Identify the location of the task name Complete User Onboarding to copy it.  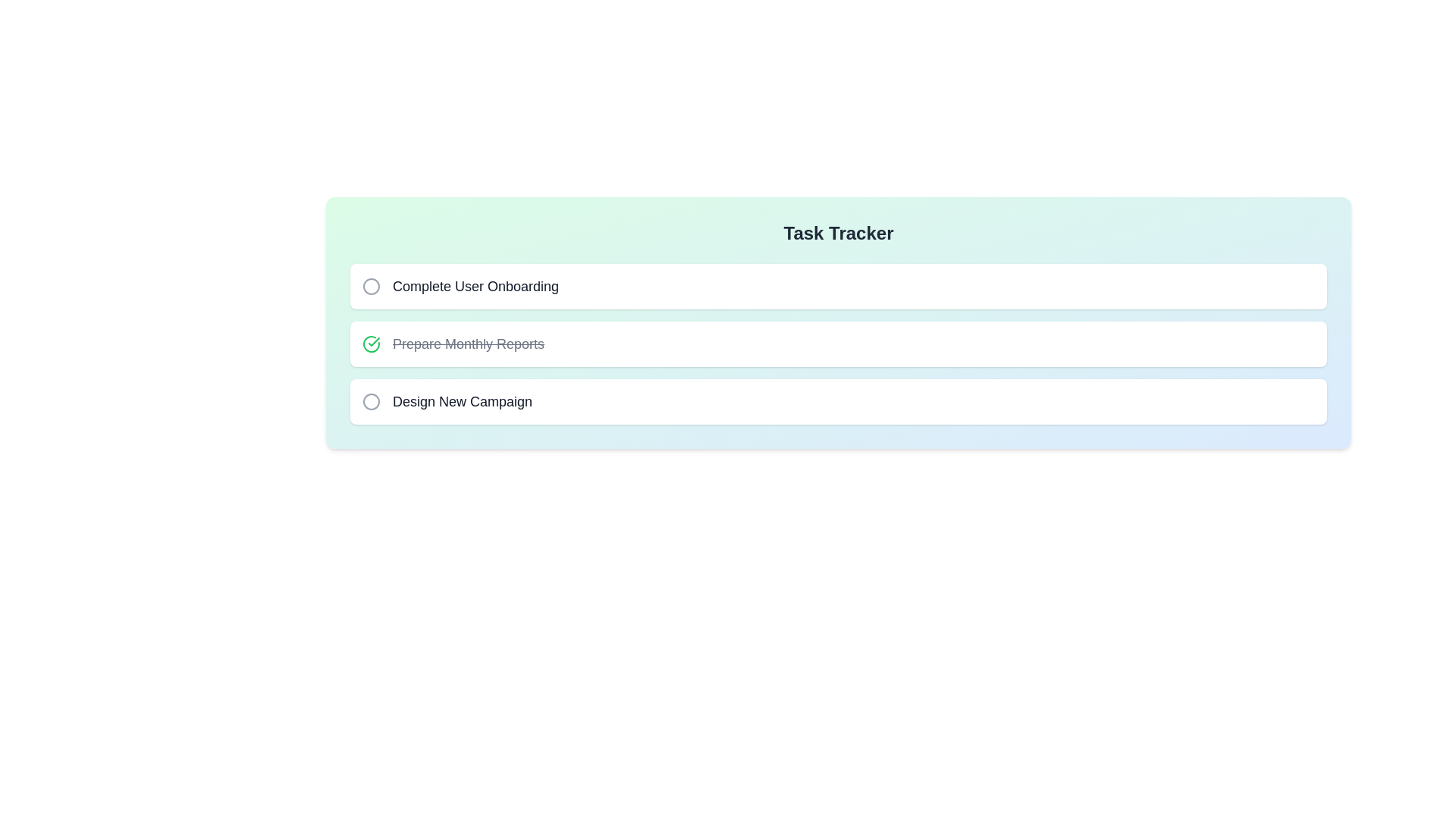
(475, 287).